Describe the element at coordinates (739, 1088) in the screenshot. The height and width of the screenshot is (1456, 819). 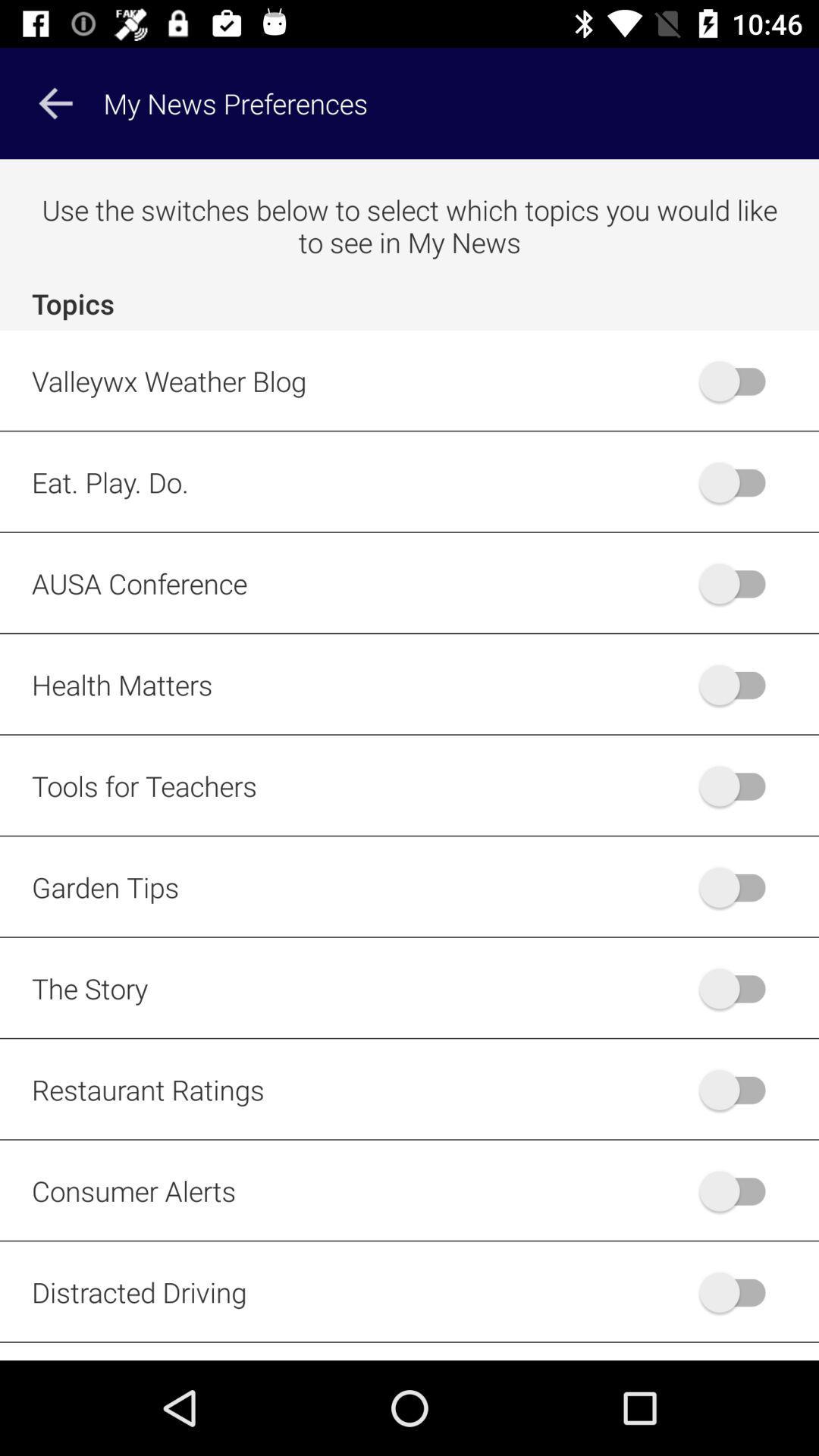
I see `back` at that location.